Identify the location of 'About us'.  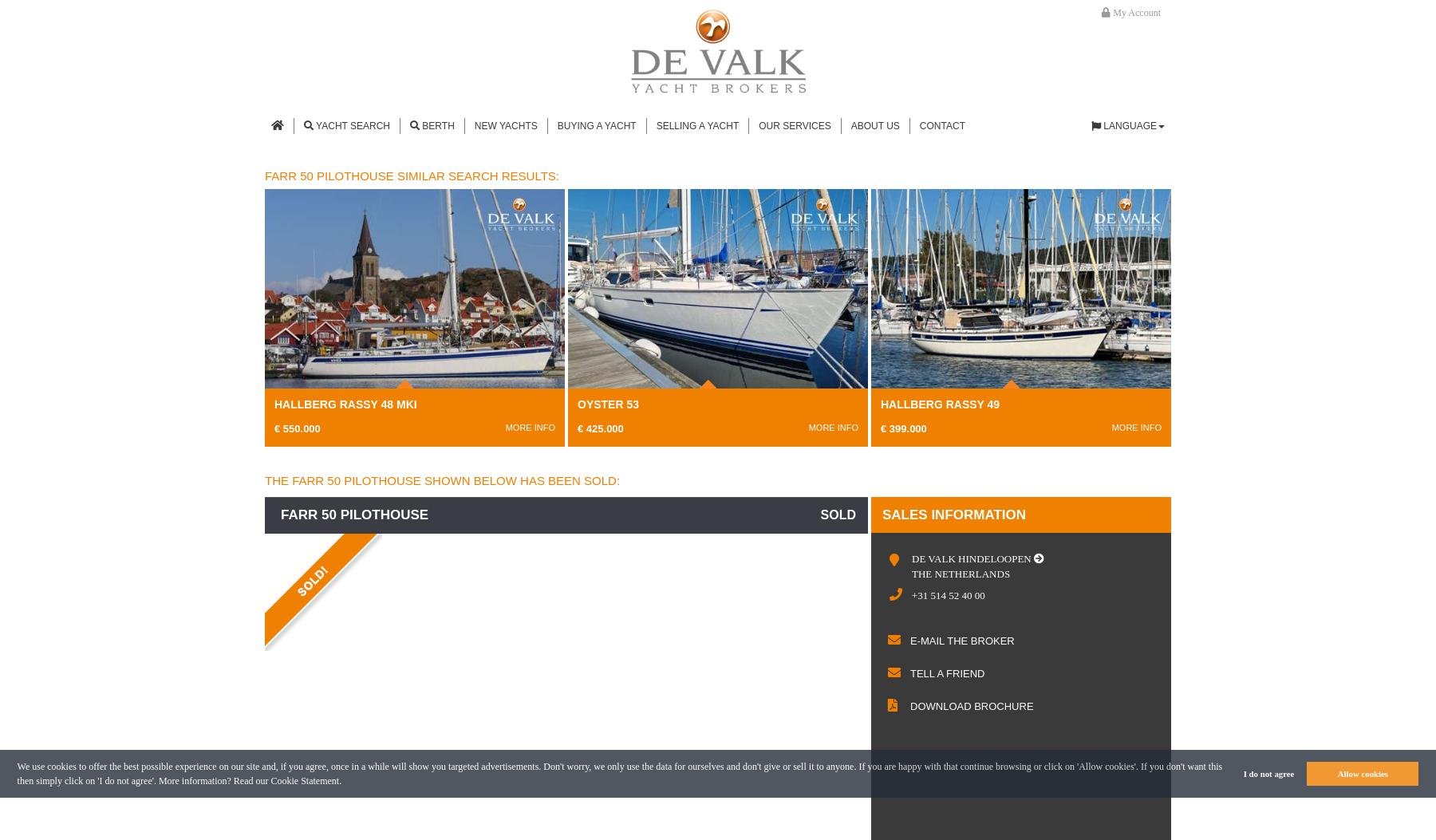
(850, 124).